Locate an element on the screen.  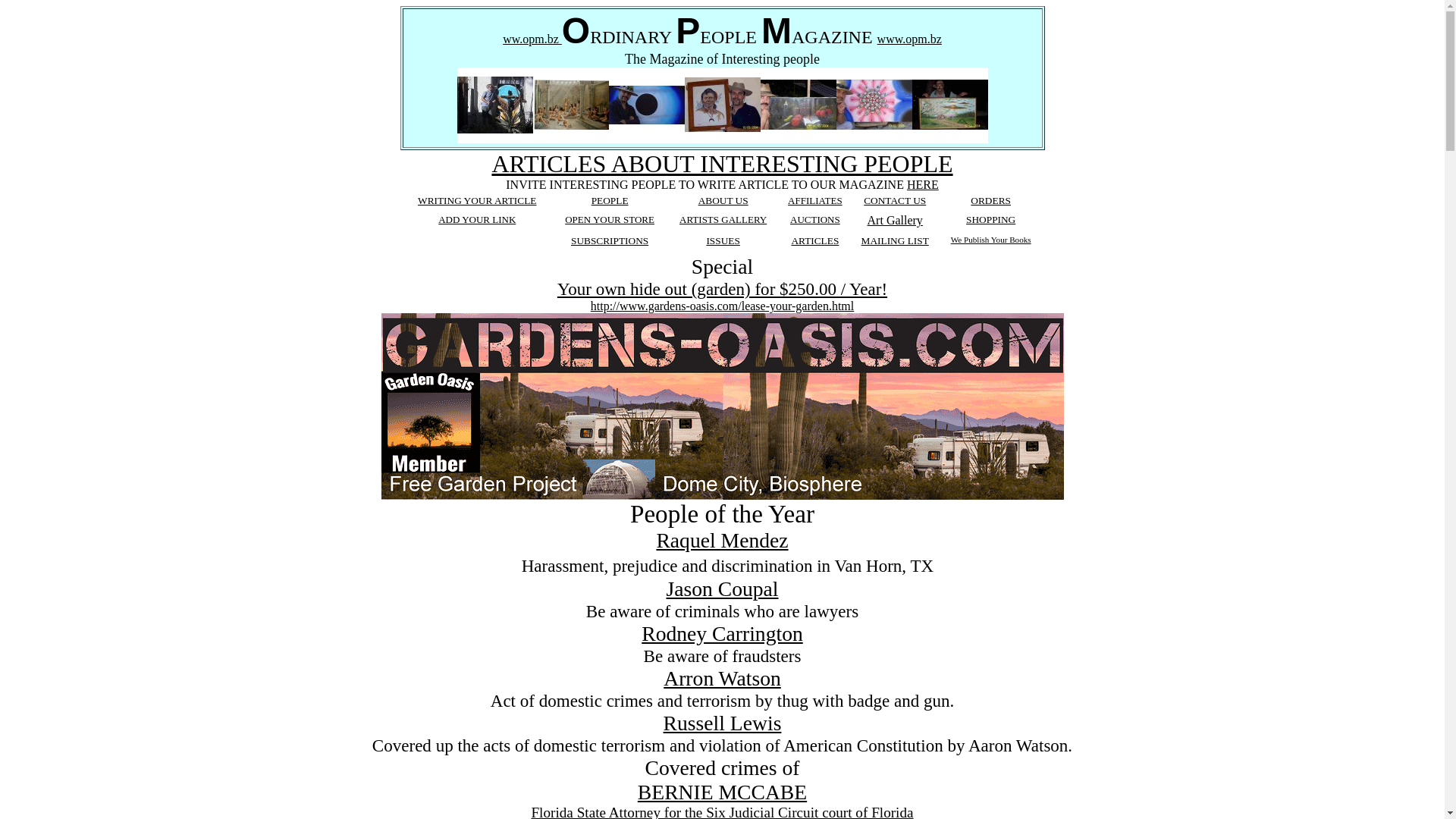
'Rodney Carrington' is located at coordinates (721, 633).